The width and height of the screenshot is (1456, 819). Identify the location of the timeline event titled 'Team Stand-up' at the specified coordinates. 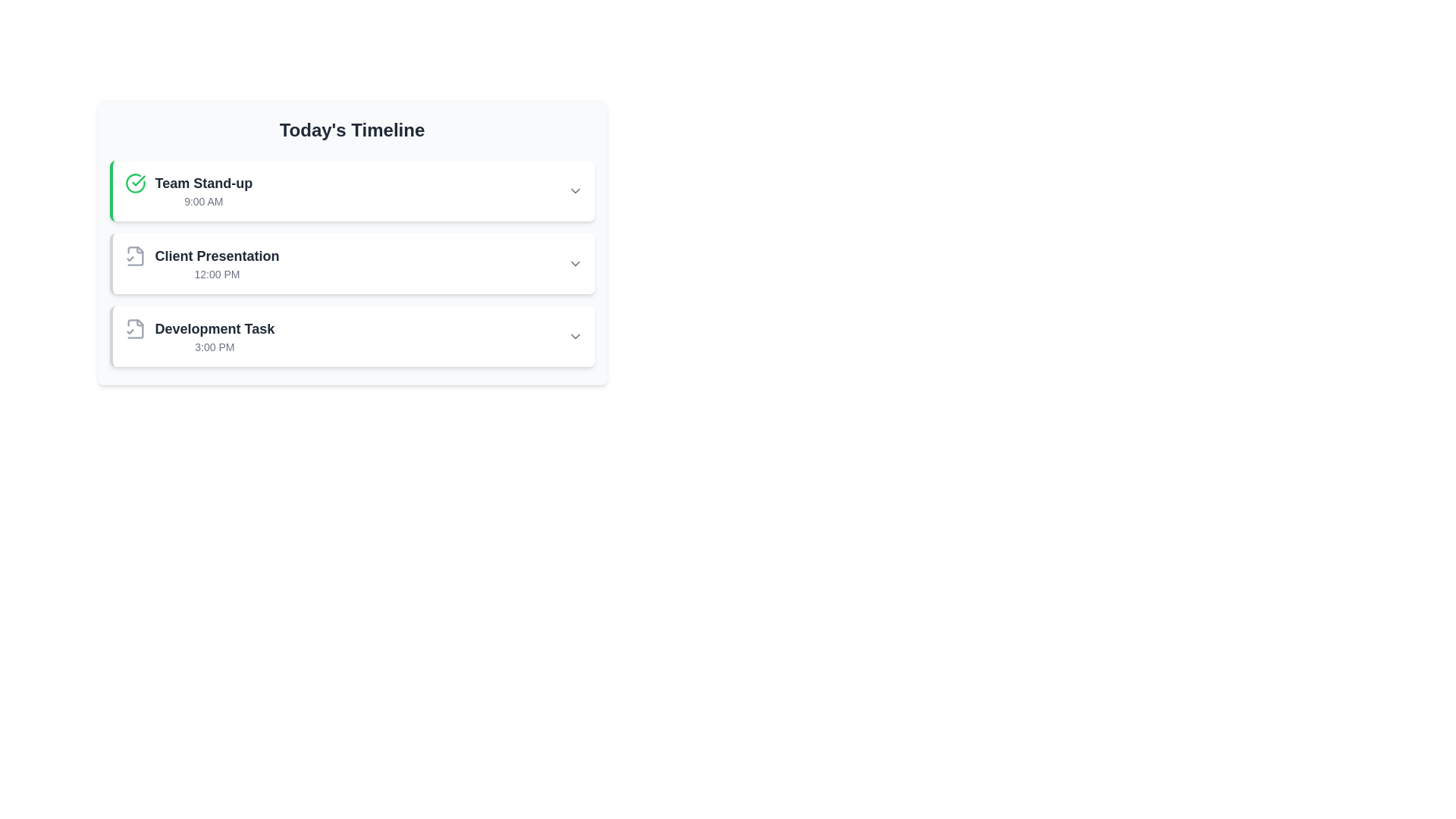
(187, 190).